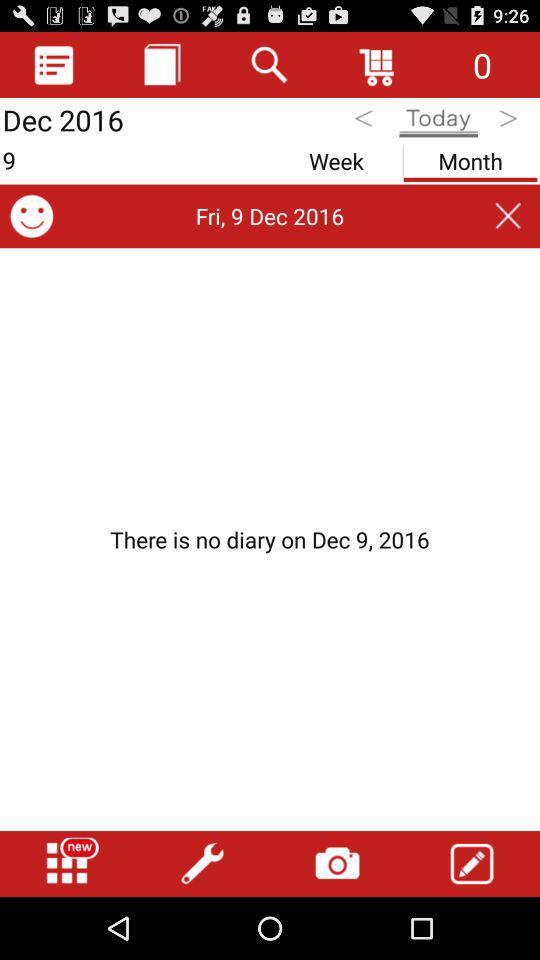 The image size is (540, 960). What do you see at coordinates (510, 121) in the screenshot?
I see `app below the 0` at bounding box center [510, 121].